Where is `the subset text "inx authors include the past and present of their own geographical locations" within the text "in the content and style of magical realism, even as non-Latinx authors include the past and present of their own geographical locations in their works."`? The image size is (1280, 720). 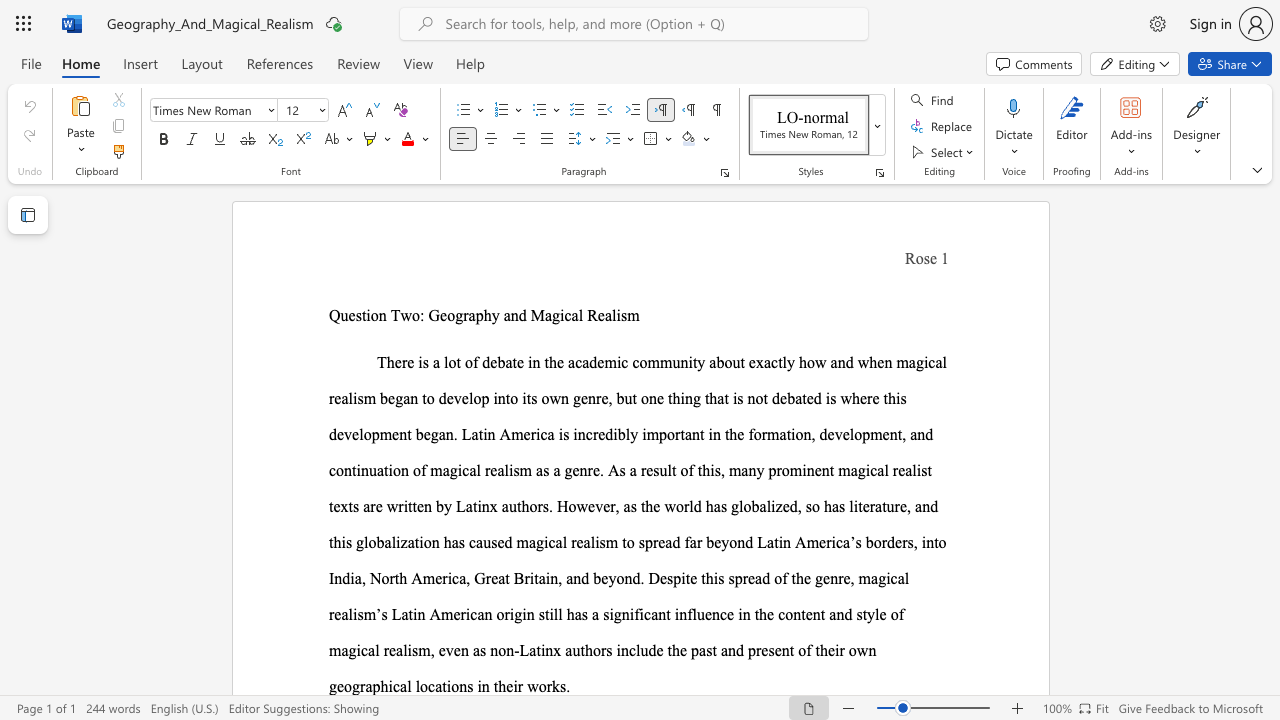
the subset text "inx authors include the past and present of their own geographical locations" within the text "in the content and style of magical realism, even as non-Latinx authors include the past and present of their own geographical locations in their works." is located at coordinates (540, 650).